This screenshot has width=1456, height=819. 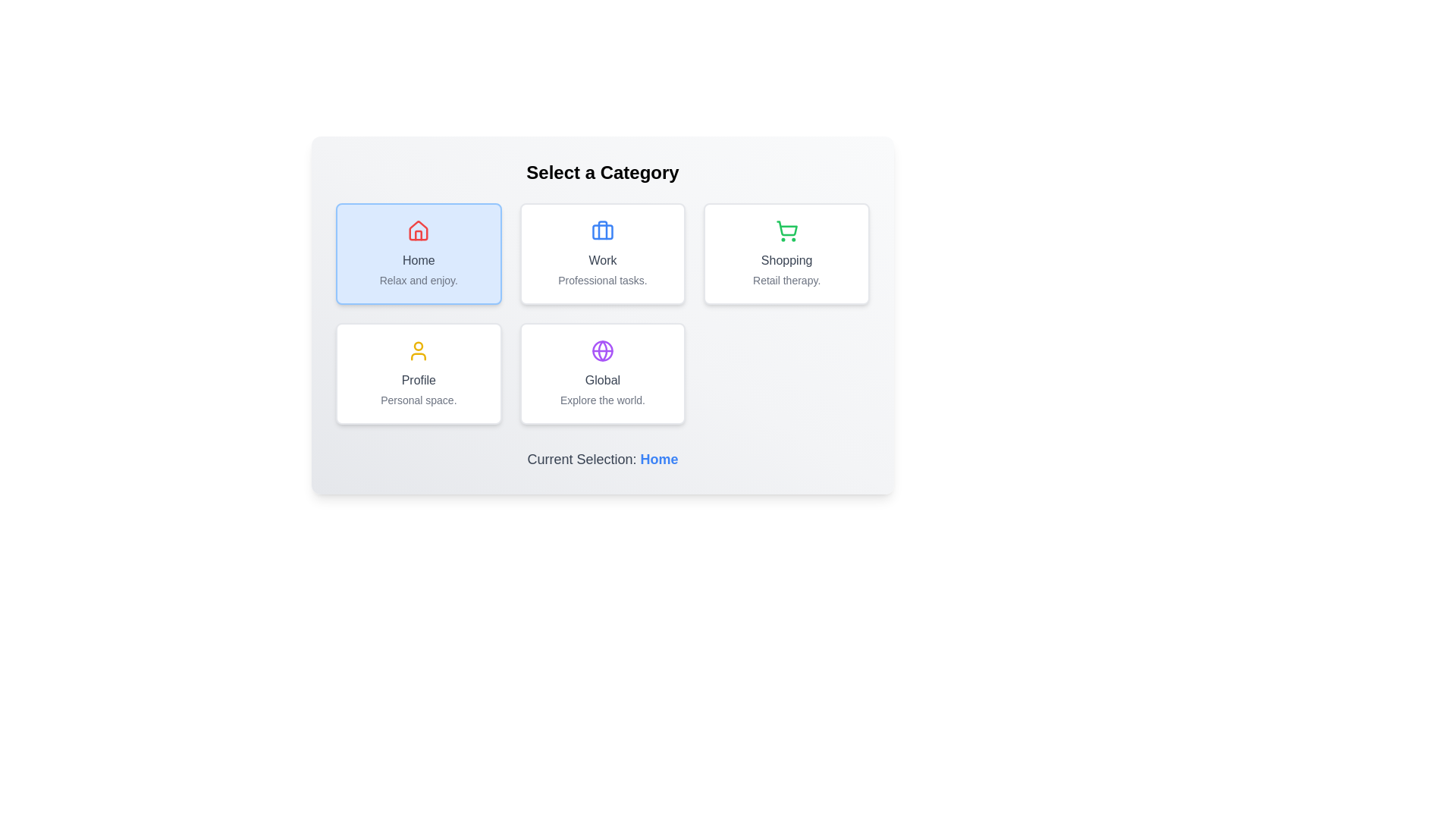 What do you see at coordinates (786, 253) in the screenshot?
I see `the category Shopping by clicking its corresponding button` at bounding box center [786, 253].